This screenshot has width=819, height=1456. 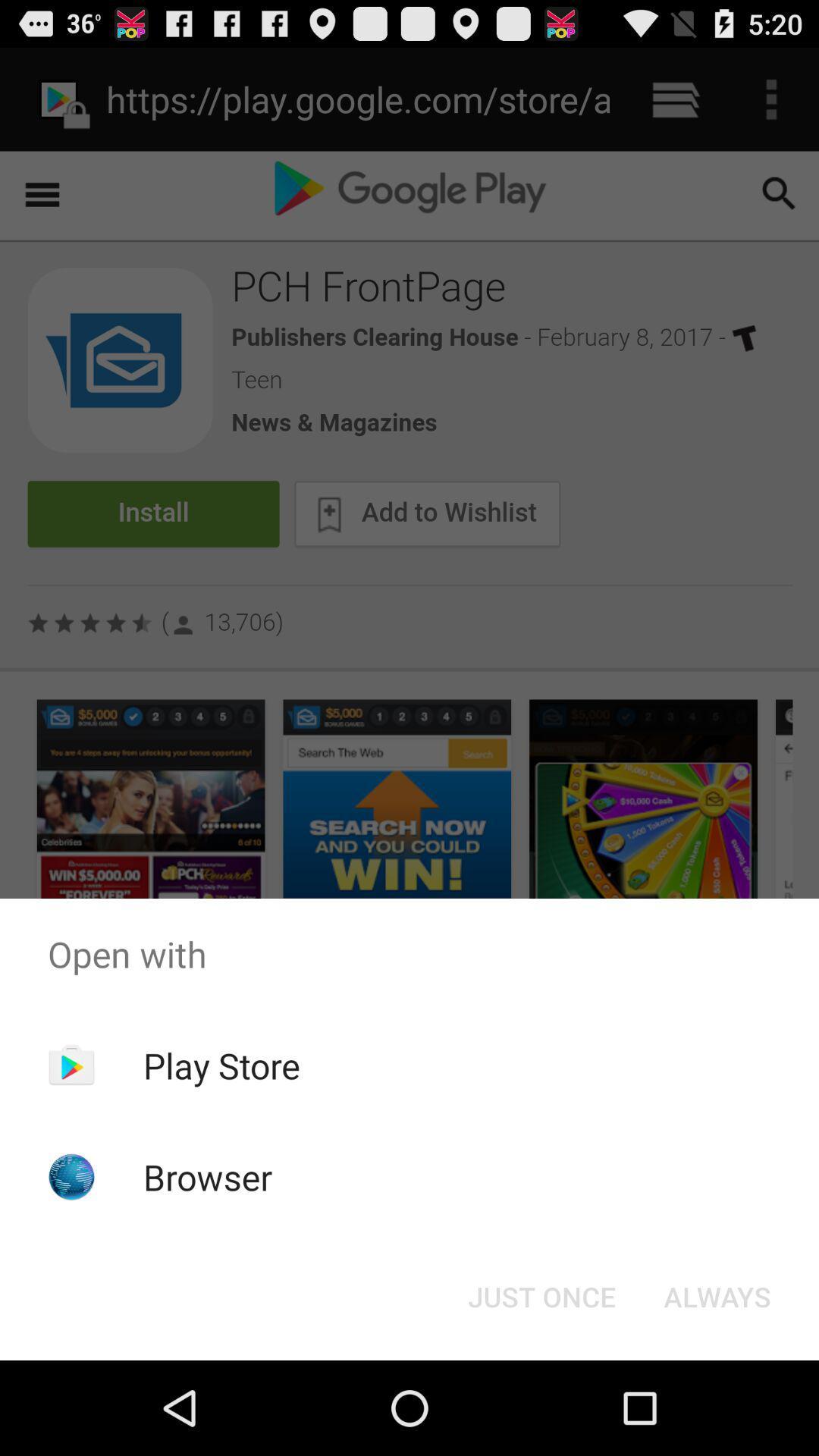 I want to click on the always button, so click(x=717, y=1295).